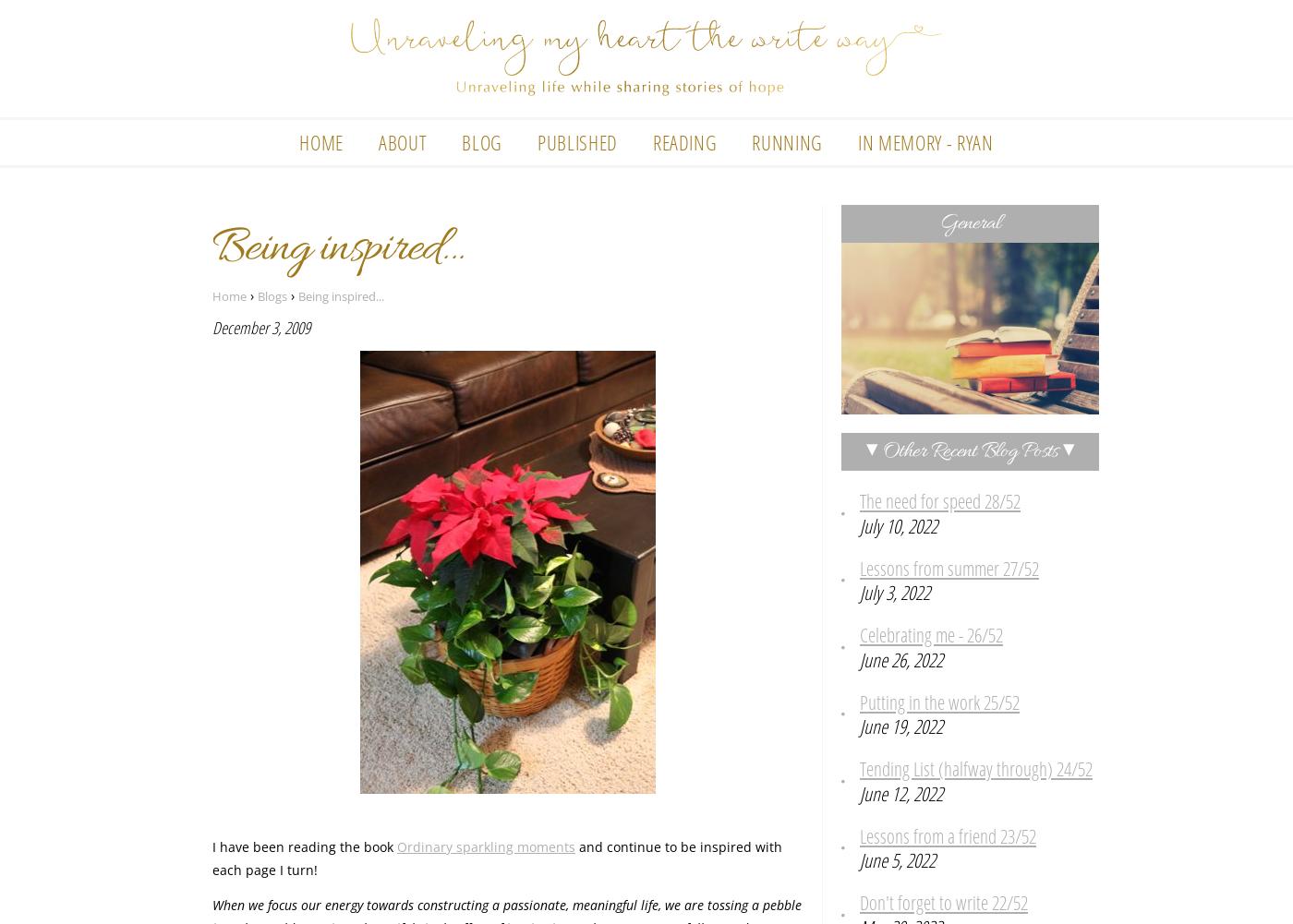 The width and height of the screenshot is (1293, 924). I want to click on 'Celebrating me - 26/52', so click(931, 633).